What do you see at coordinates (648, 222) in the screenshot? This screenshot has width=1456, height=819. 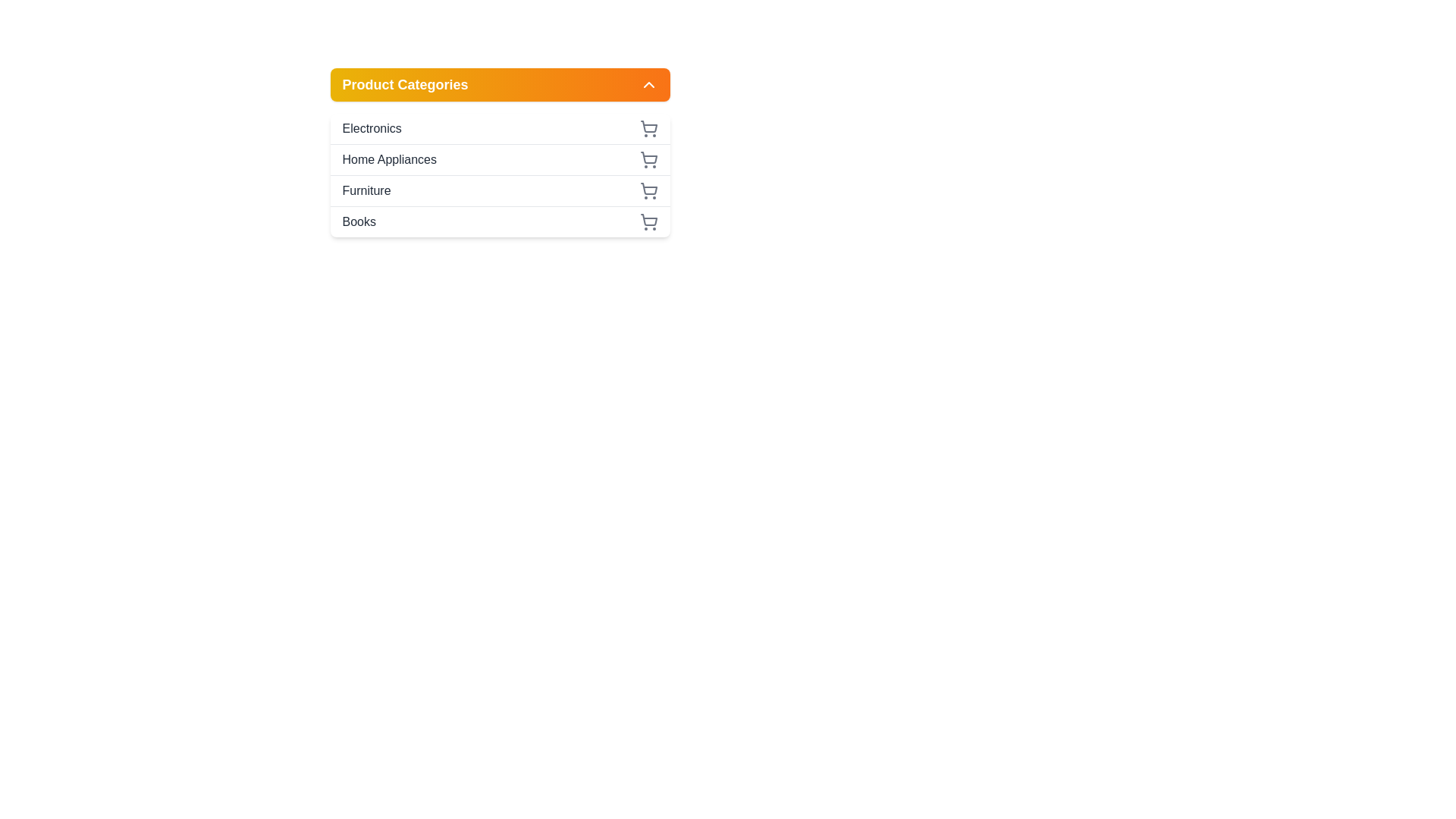 I see `the shopping cart icon located to the right of the text 'Books' in the 'Product Categories' list to trigger visual feedback or a tooltip` at bounding box center [648, 222].